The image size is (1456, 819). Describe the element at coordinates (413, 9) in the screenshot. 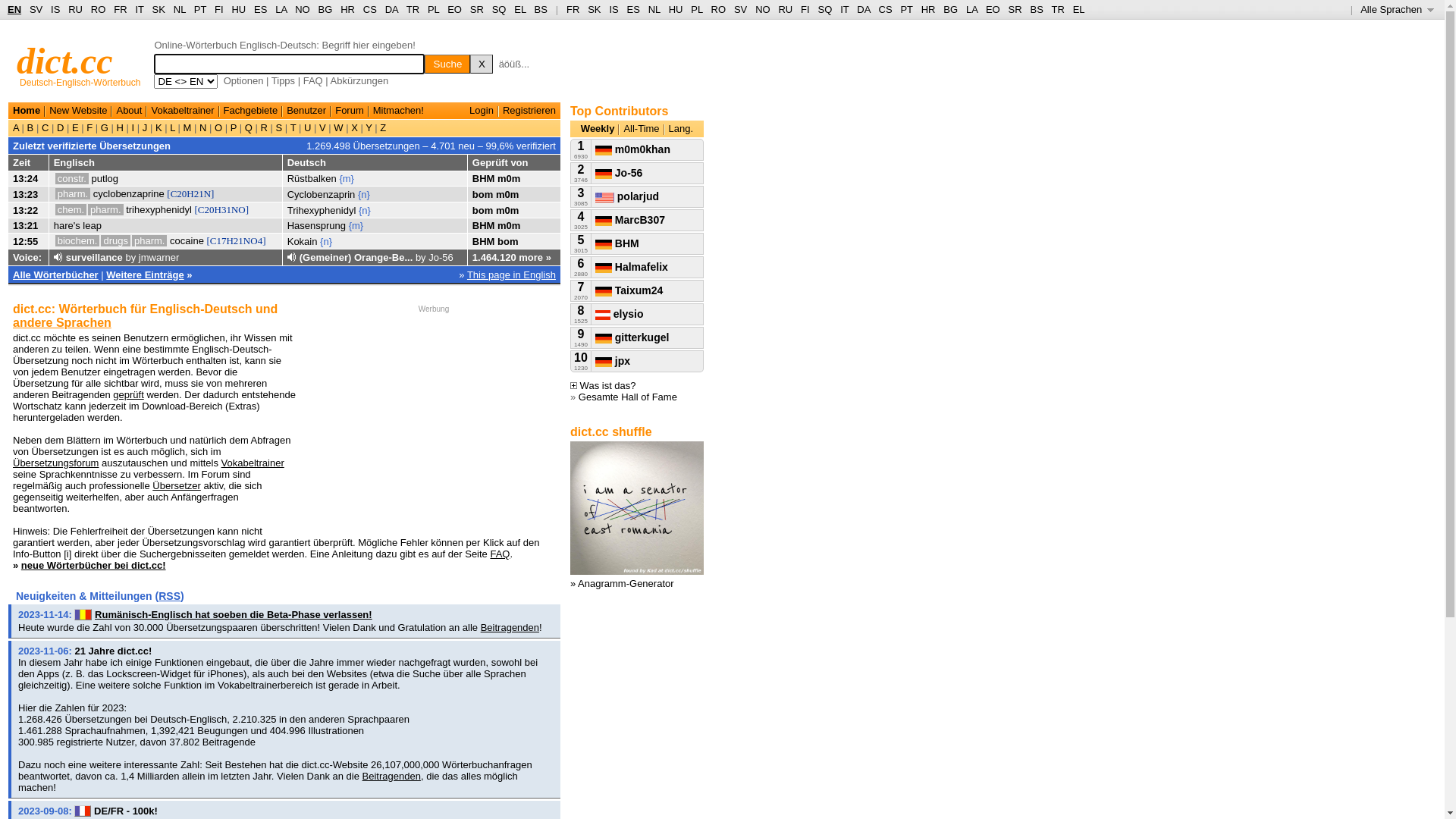

I see `'TR'` at that location.